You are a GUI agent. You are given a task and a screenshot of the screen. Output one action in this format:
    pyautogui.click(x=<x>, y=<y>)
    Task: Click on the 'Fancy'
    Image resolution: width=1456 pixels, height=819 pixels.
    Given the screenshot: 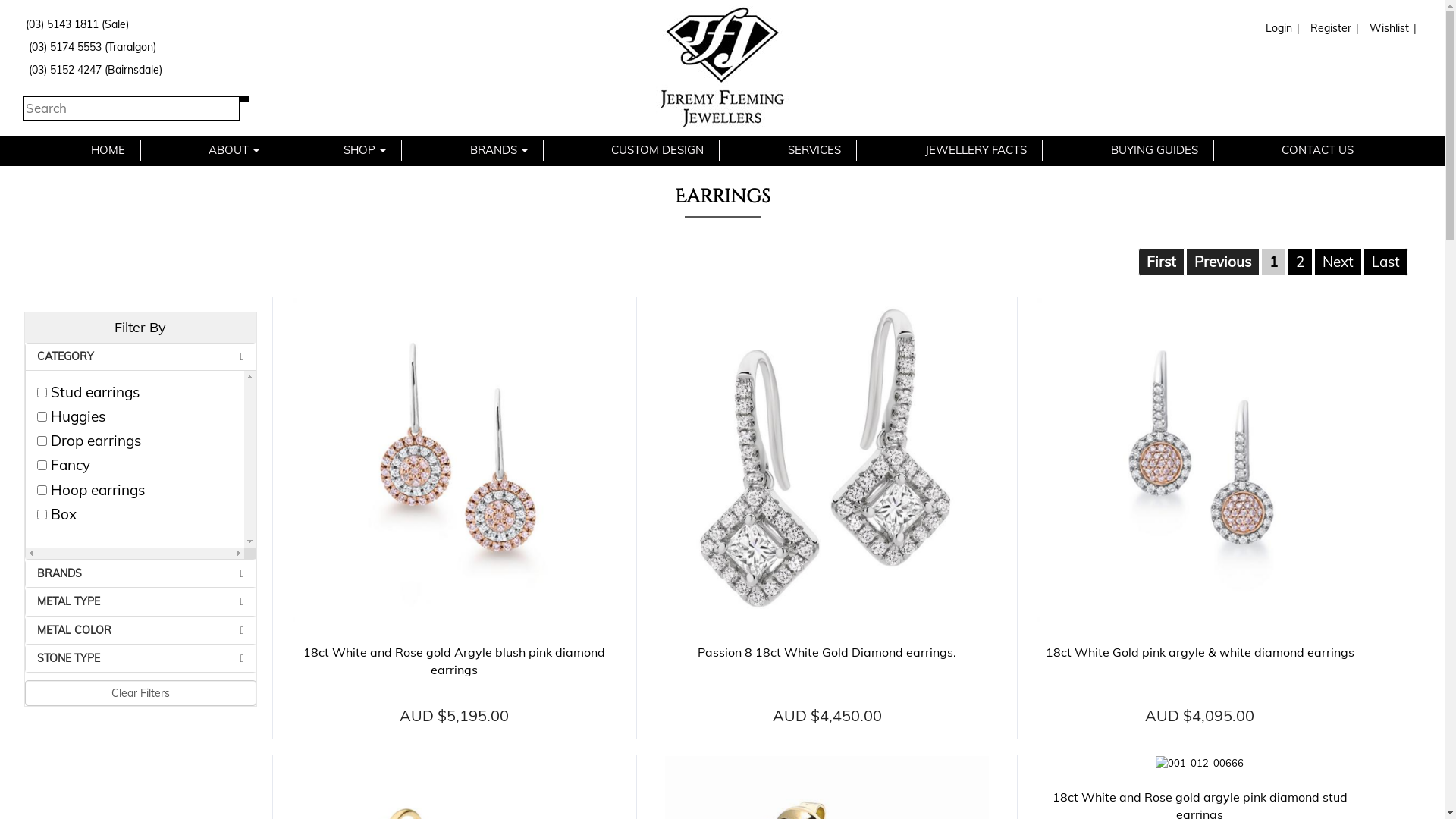 What is the action you would take?
    pyautogui.click(x=42, y=464)
    